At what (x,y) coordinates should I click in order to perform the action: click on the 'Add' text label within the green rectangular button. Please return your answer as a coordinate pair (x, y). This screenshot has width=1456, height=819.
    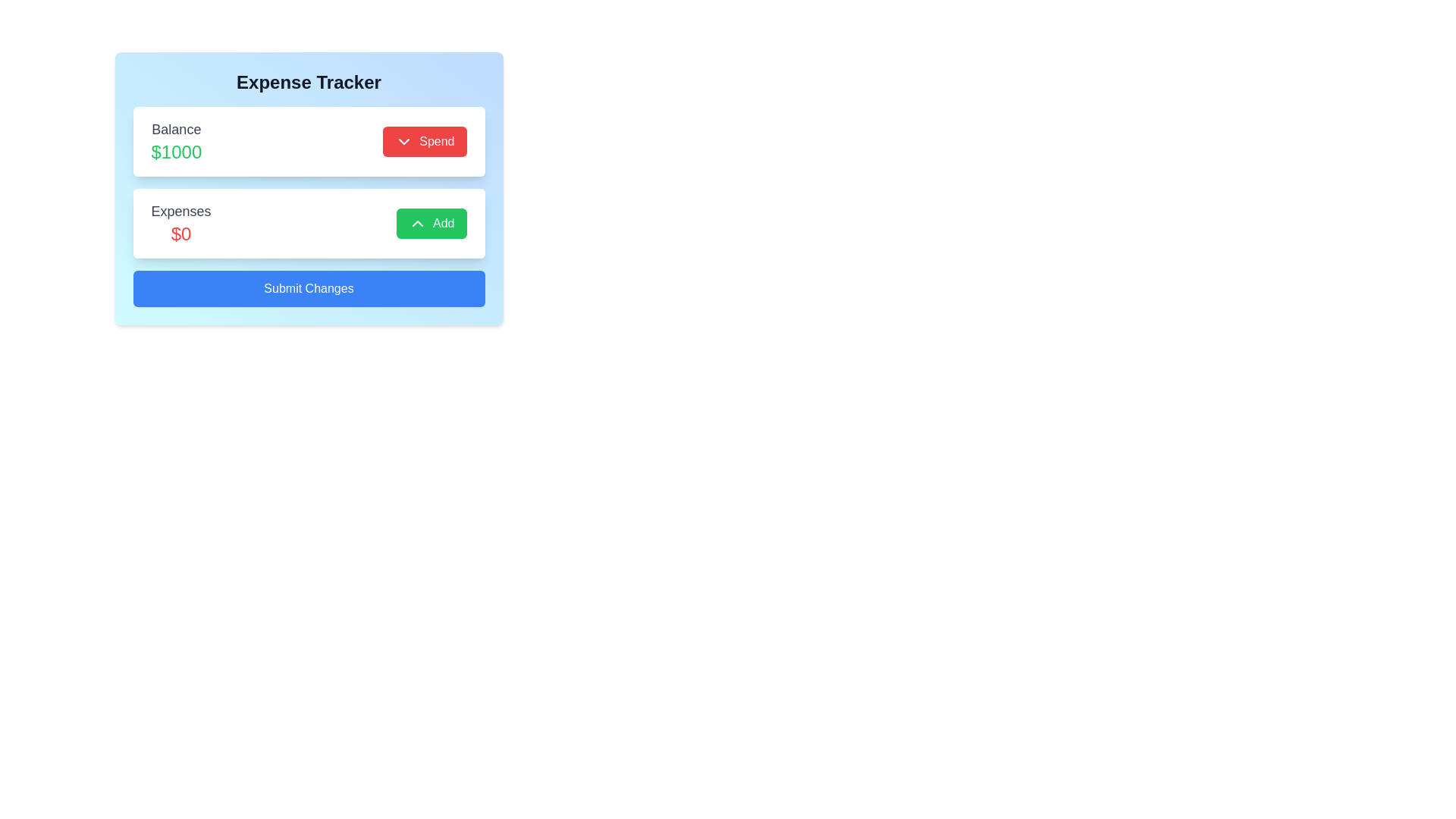
    Looking at the image, I should click on (443, 223).